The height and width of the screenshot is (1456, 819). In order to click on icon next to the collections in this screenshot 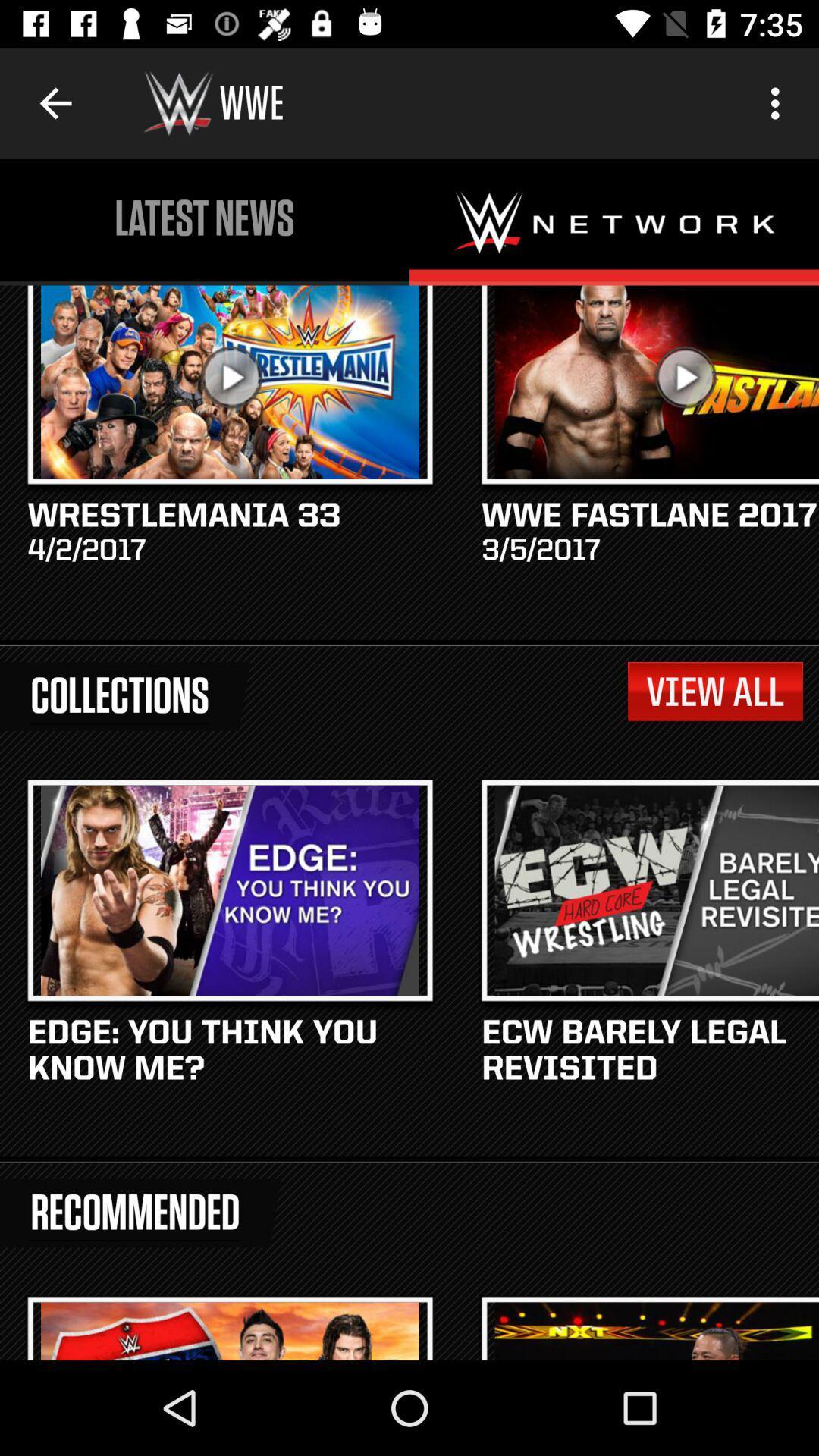, I will do `click(715, 691)`.